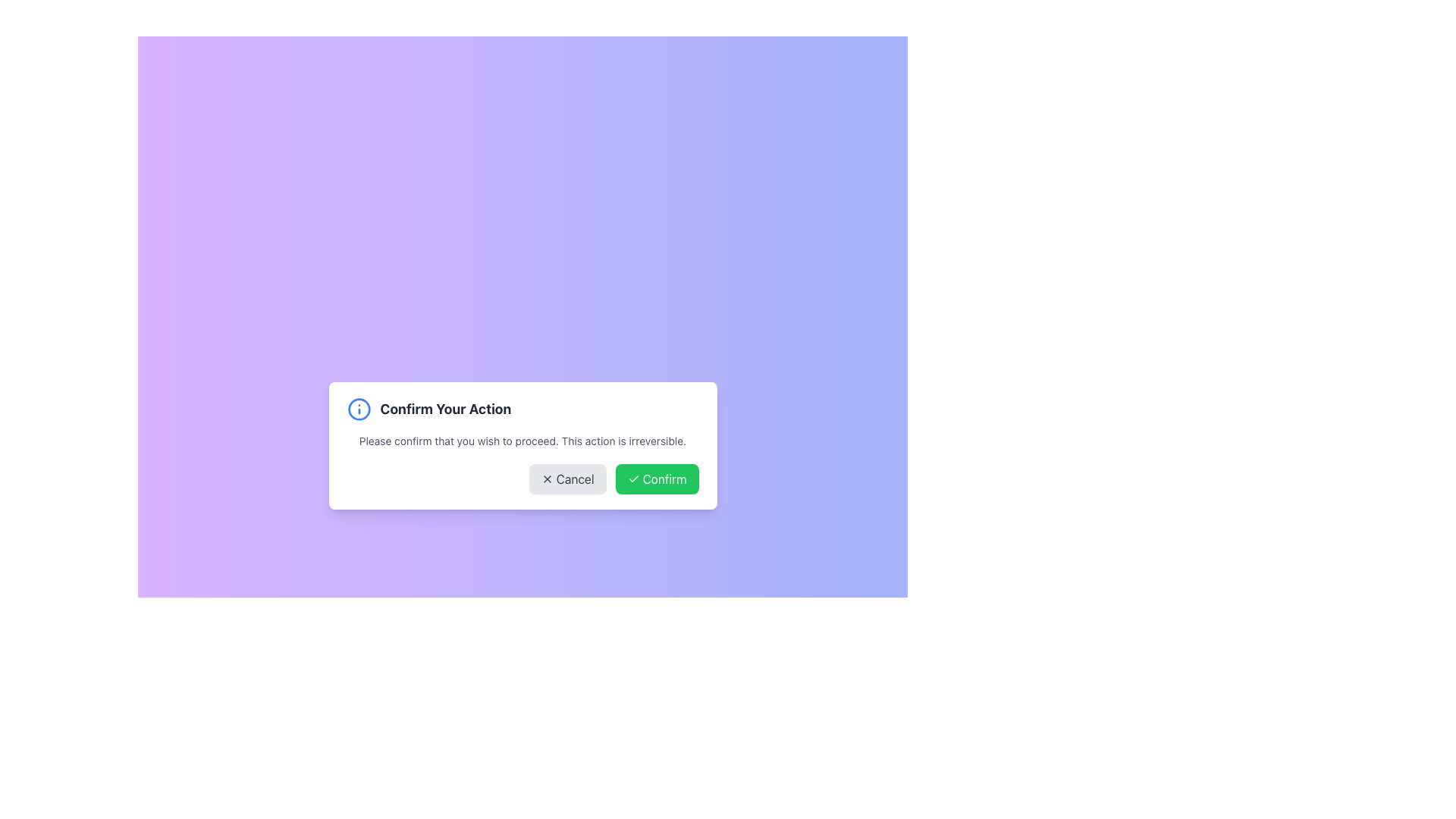 The height and width of the screenshot is (819, 1456). Describe the element at coordinates (657, 479) in the screenshot. I see `the 'Confirm' button, which is a rectangular button with a green background and white text featuring a white check mark icon, located in the footer region of a modal dialog box` at that location.